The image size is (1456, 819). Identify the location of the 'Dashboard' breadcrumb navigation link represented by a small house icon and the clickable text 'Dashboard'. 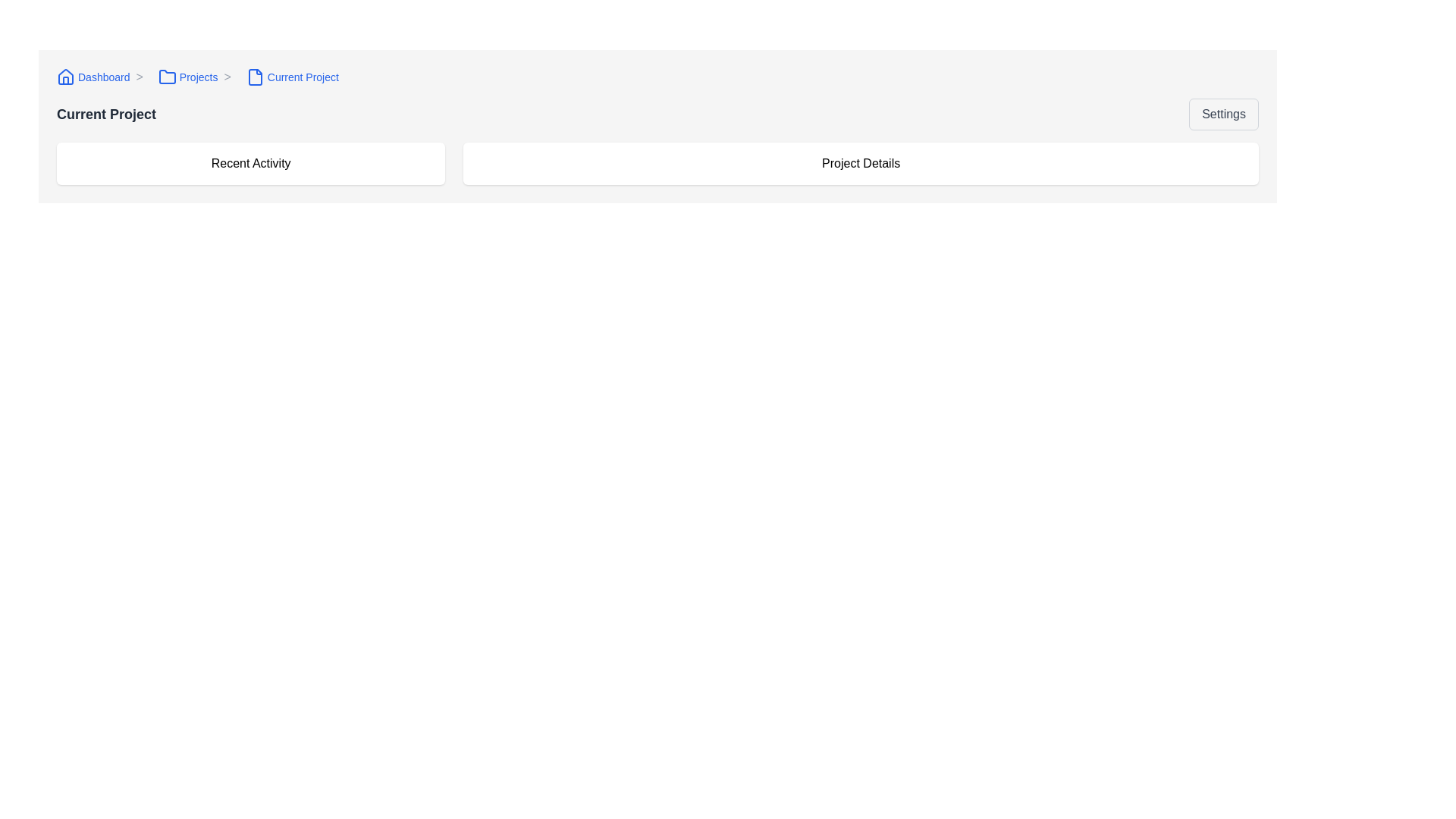
(102, 77).